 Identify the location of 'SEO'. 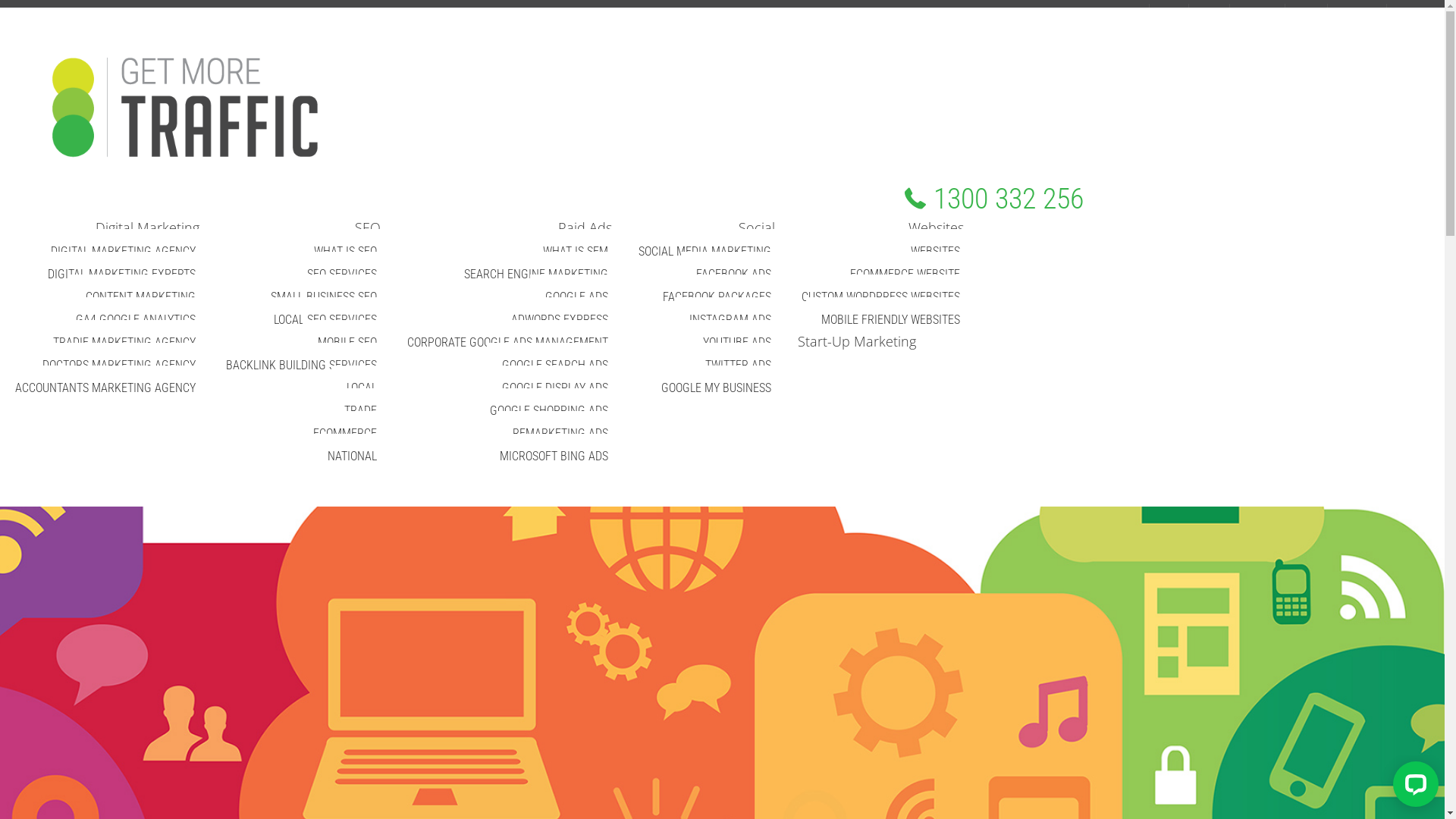
(367, 227).